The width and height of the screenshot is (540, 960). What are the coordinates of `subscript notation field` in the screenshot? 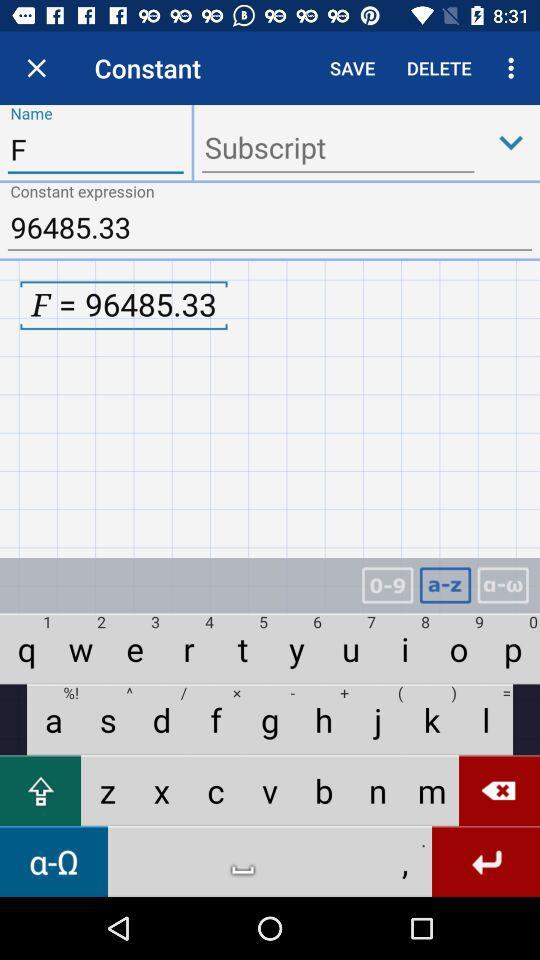 It's located at (337, 148).